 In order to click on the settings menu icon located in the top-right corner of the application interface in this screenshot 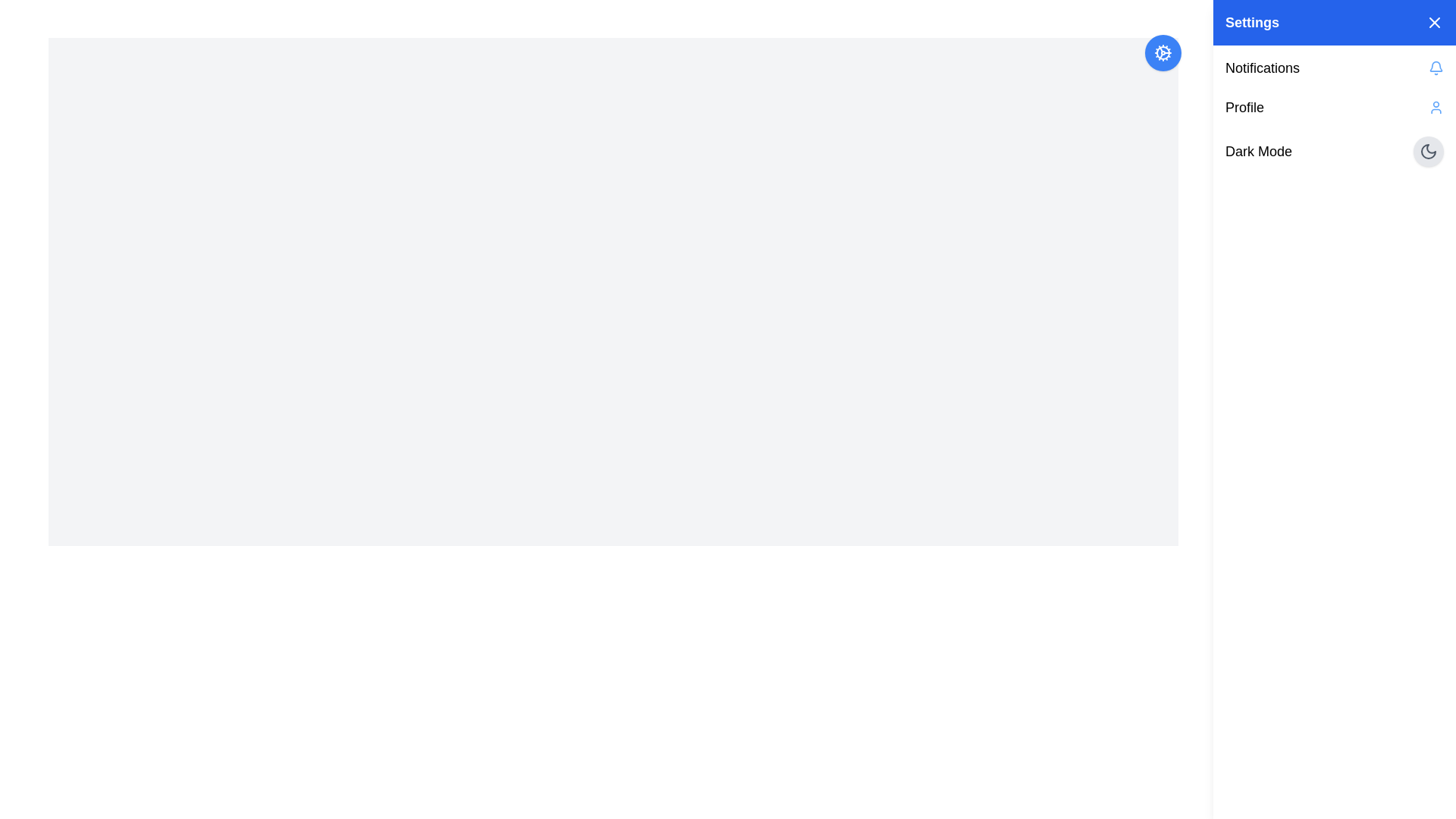, I will do `click(1163, 52)`.